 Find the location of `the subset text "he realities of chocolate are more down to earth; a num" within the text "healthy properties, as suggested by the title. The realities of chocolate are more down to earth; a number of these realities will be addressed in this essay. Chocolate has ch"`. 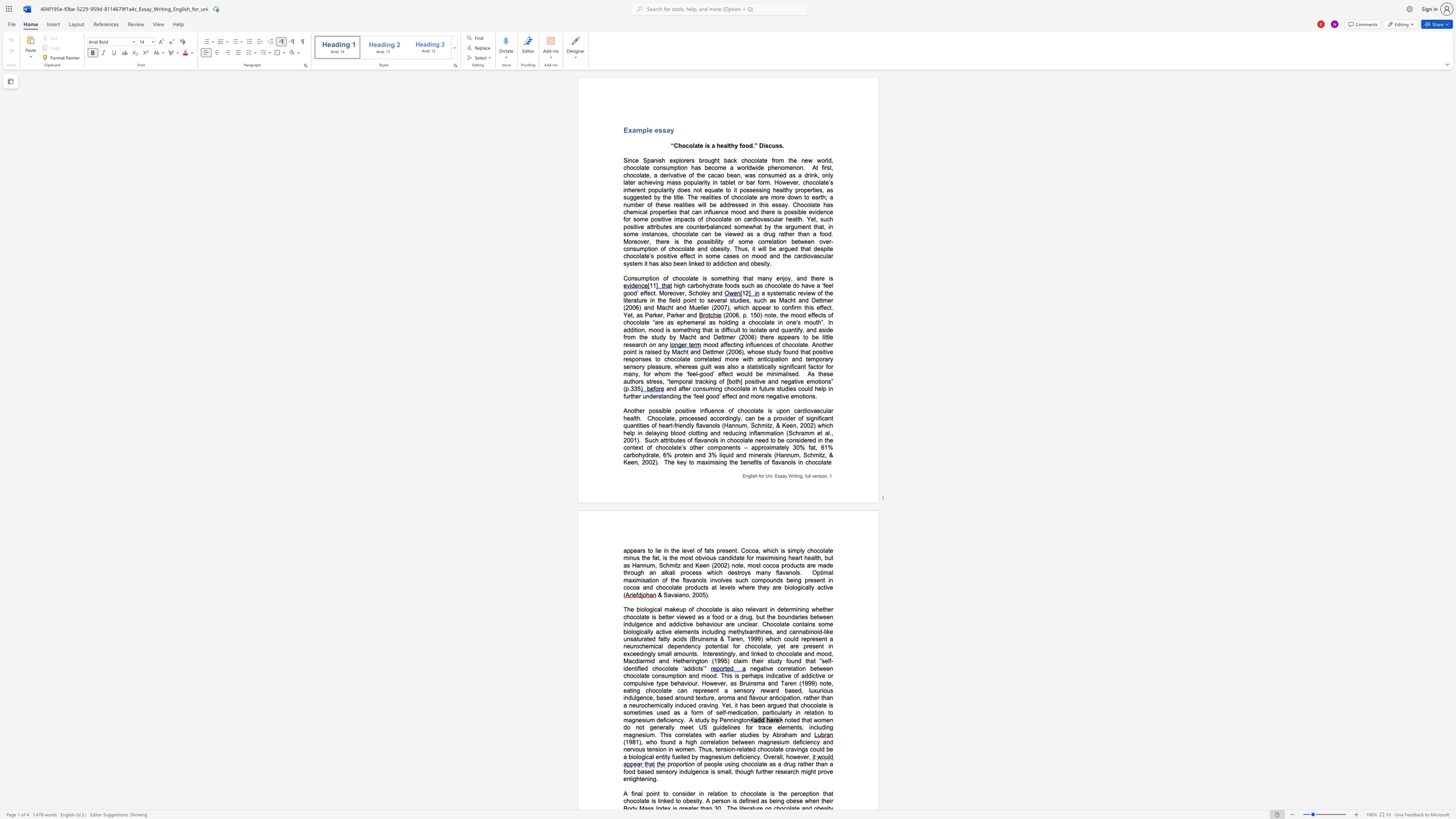

the subset text "he realities of chocolate are more down to earth; a num" within the text "healthy properties, as suggested by the title. The realities of chocolate are more down to earth; a number of these realities will be addressed in this essay. Chocolate has ch" is located at coordinates (691, 197).